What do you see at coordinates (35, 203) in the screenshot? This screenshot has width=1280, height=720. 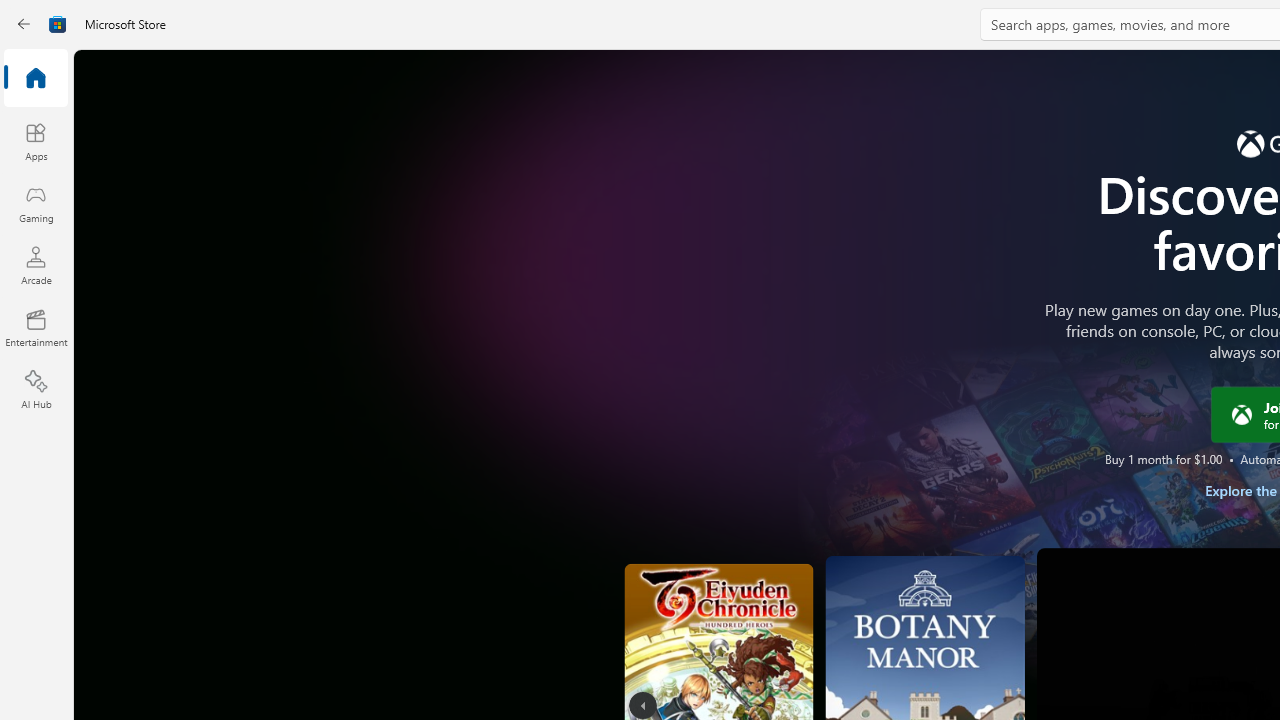 I see `'Gaming'` at bounding box center [35, 203].